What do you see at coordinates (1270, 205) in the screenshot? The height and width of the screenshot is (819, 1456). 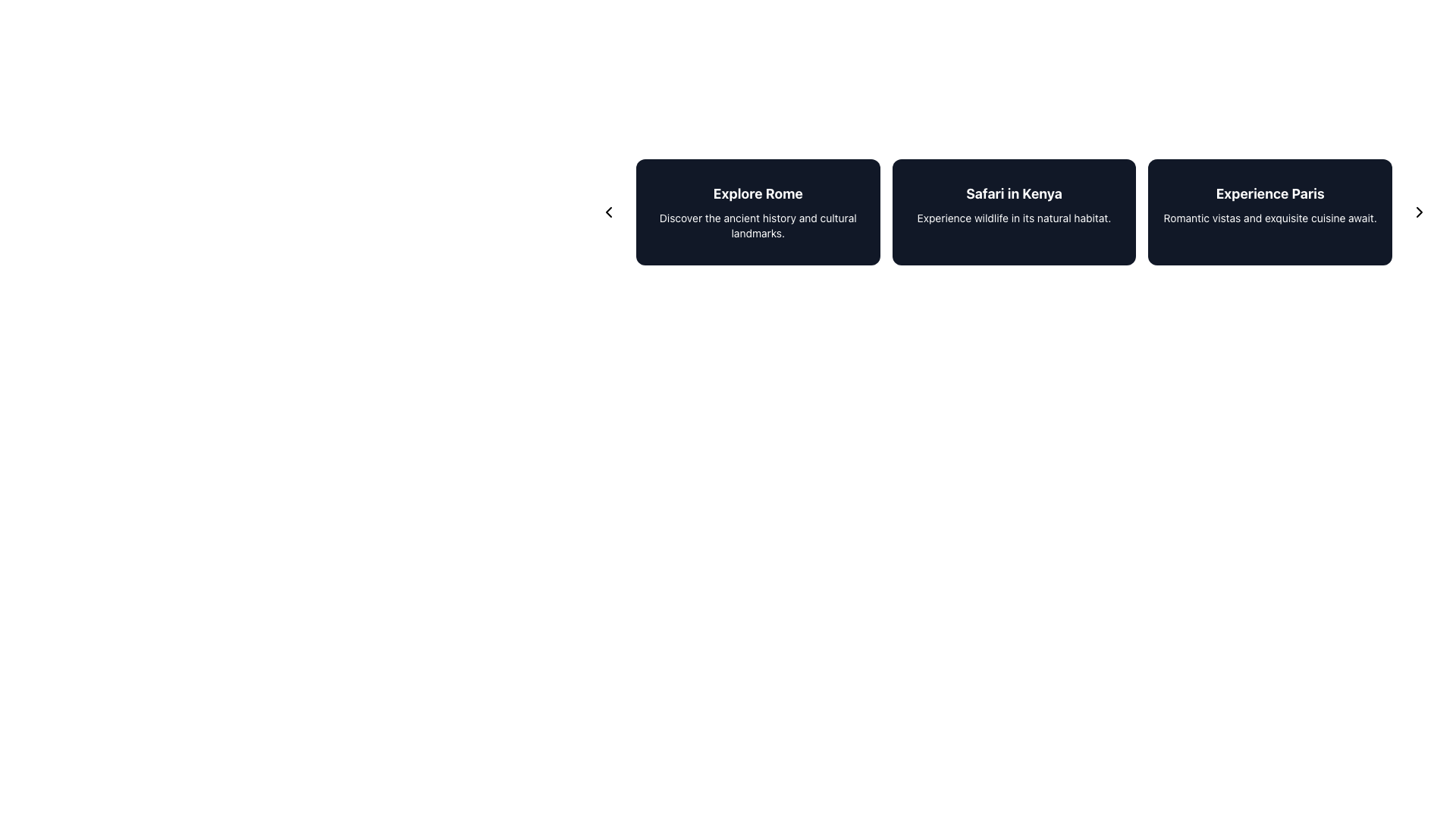 I see `descriptive text block component titled 'Experience Paris' that contains the subtext 'Romantic vistas and exquisite cuisine await.'` at bounding box center [1270, 205].